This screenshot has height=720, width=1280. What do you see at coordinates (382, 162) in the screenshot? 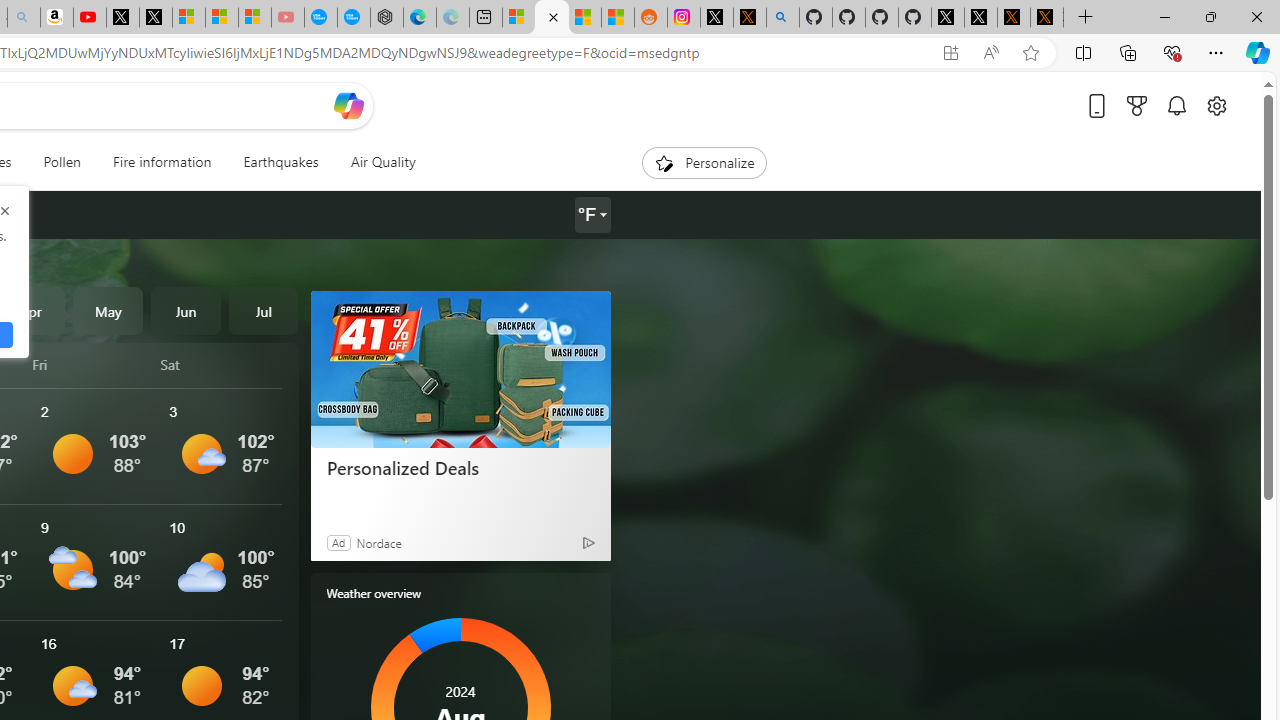
I see `'Air Quality'` at bounding box center [382, 162].